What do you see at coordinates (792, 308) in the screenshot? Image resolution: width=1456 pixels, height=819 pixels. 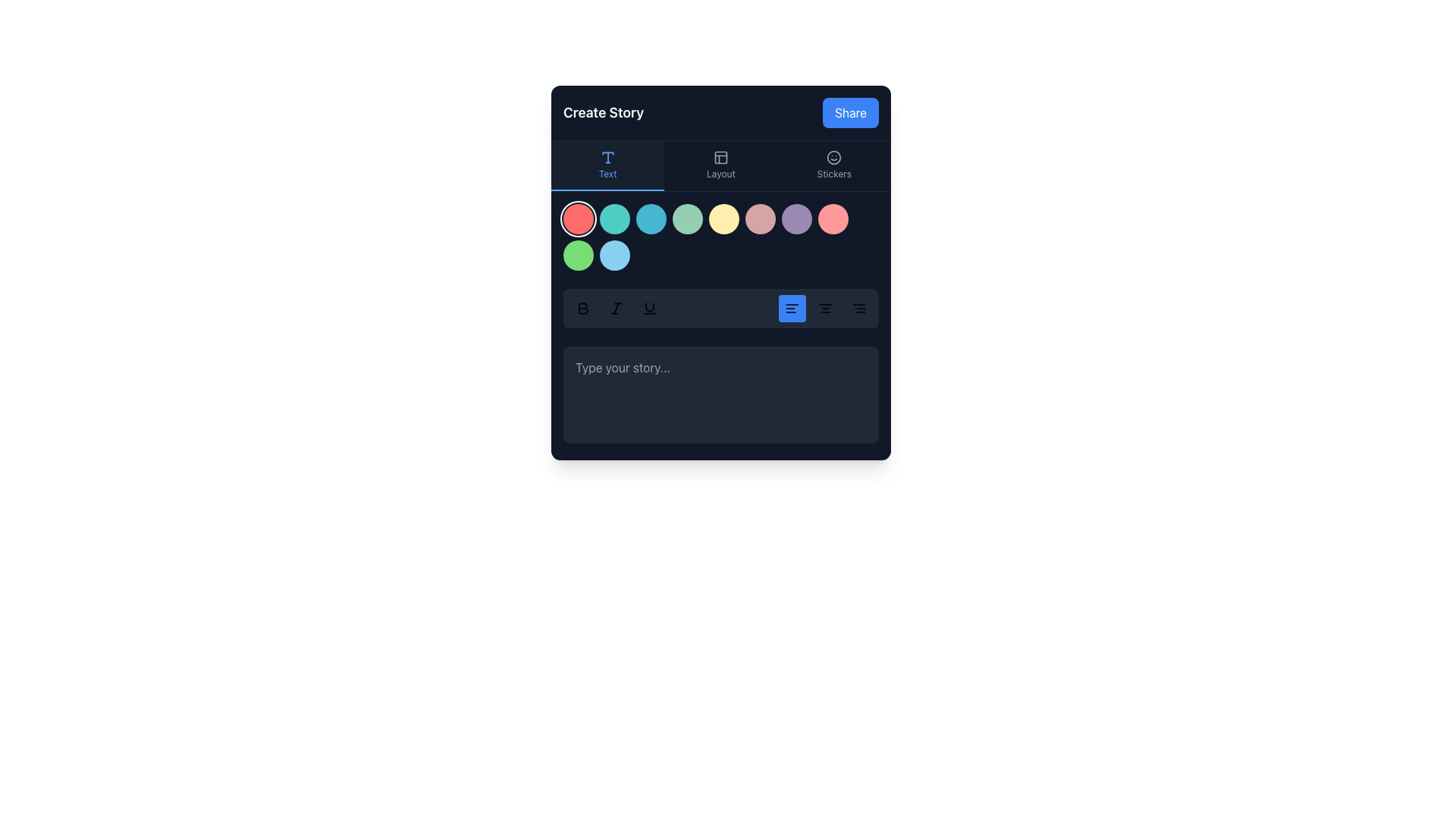 I see `the left-align icon button on the toolbar, which is visually distinct and part of the alignment options group` at bounding box center [792, 308].